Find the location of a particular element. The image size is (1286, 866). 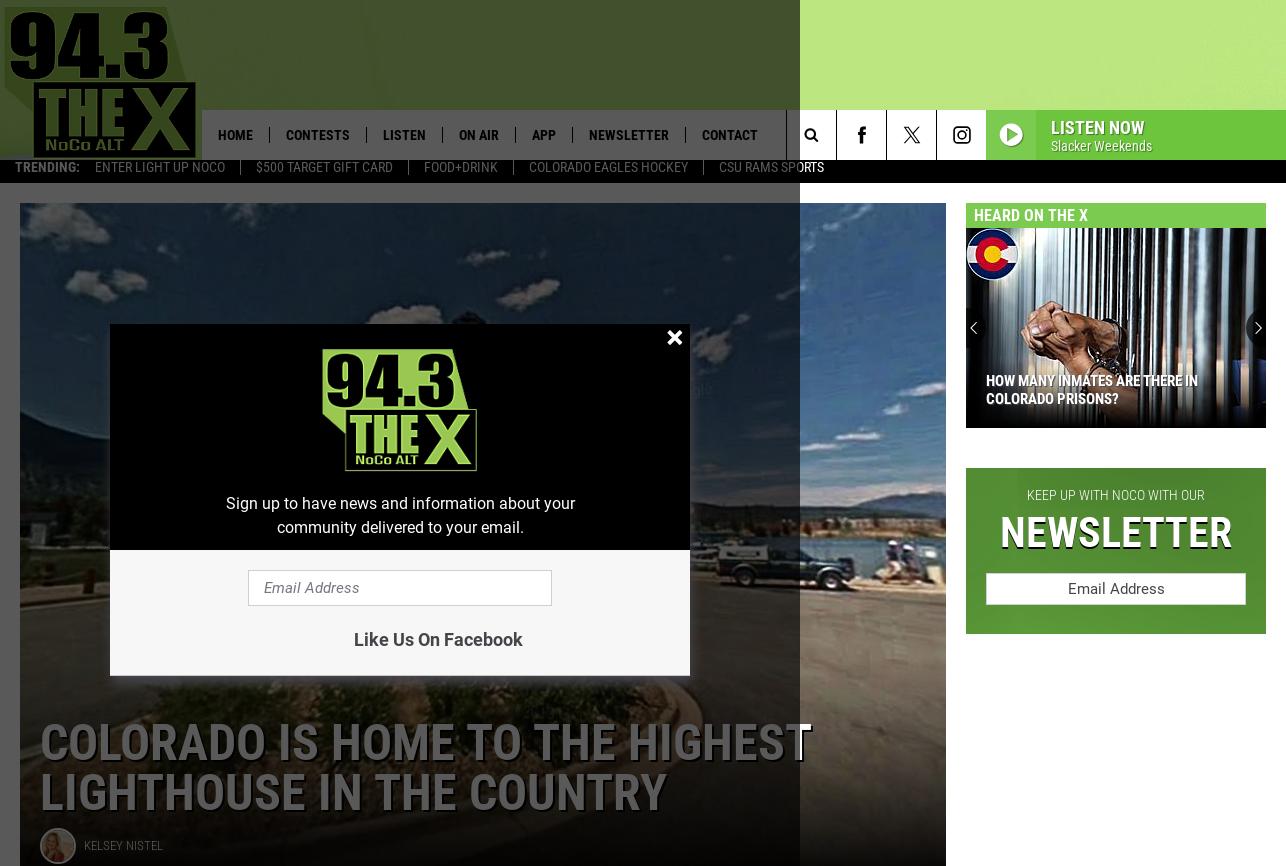

'Kelsey Nistel' is located at coordinates (123, 852).